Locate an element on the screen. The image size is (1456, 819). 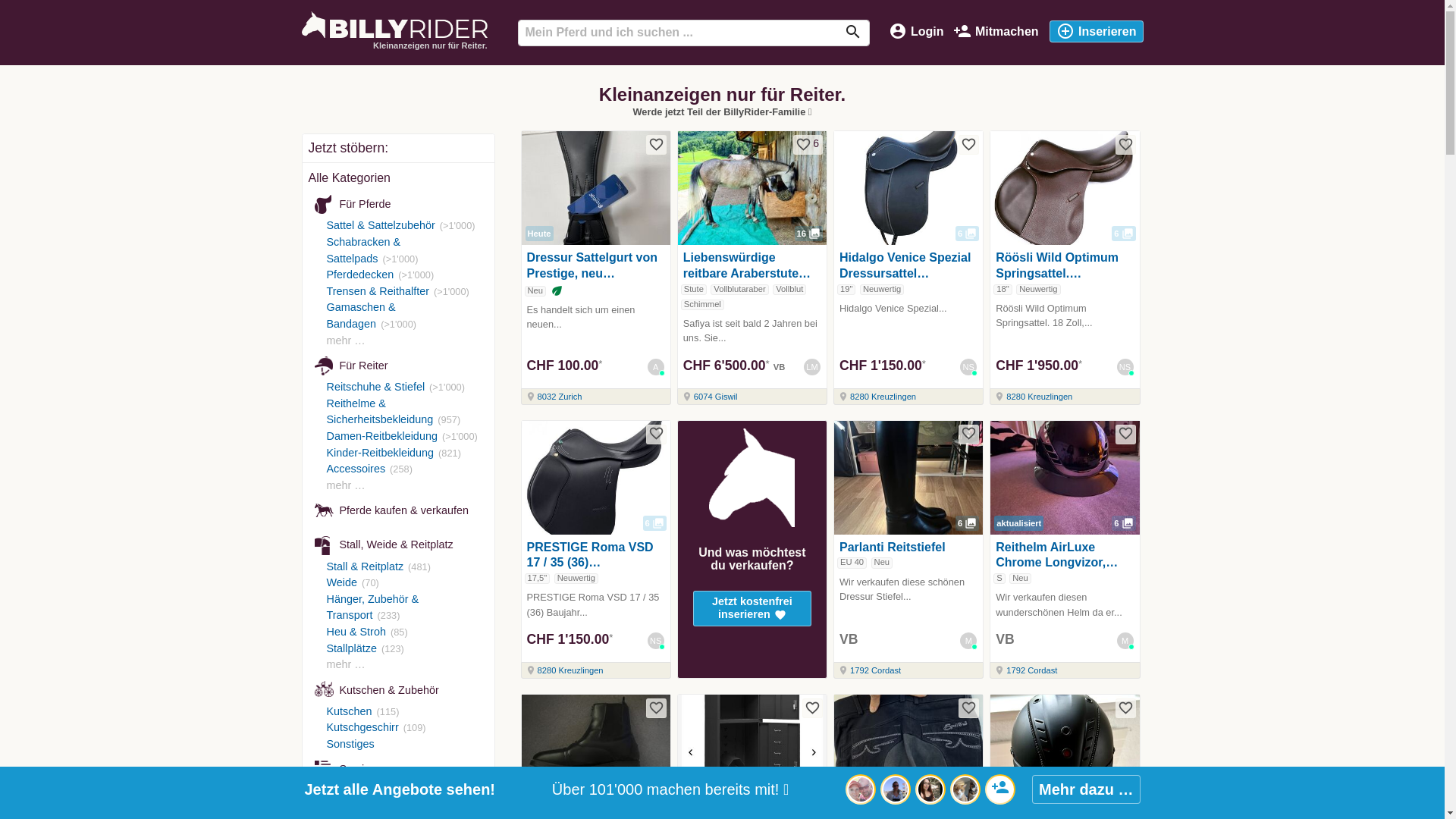
'Pferdedecken' is located at coordinates (325, 275).